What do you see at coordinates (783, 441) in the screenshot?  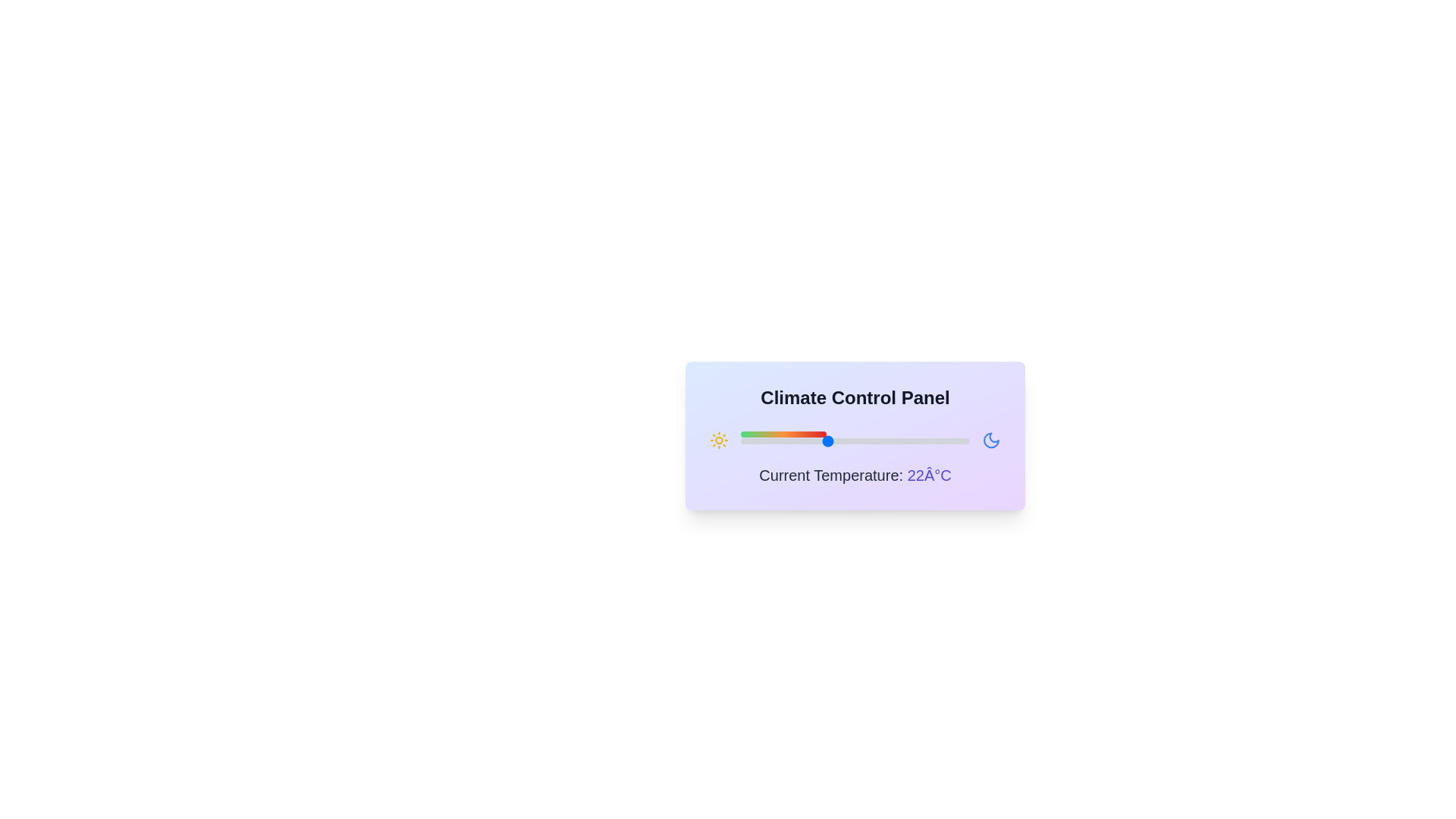 I see `the temperature` at bounding box center [783, 441].